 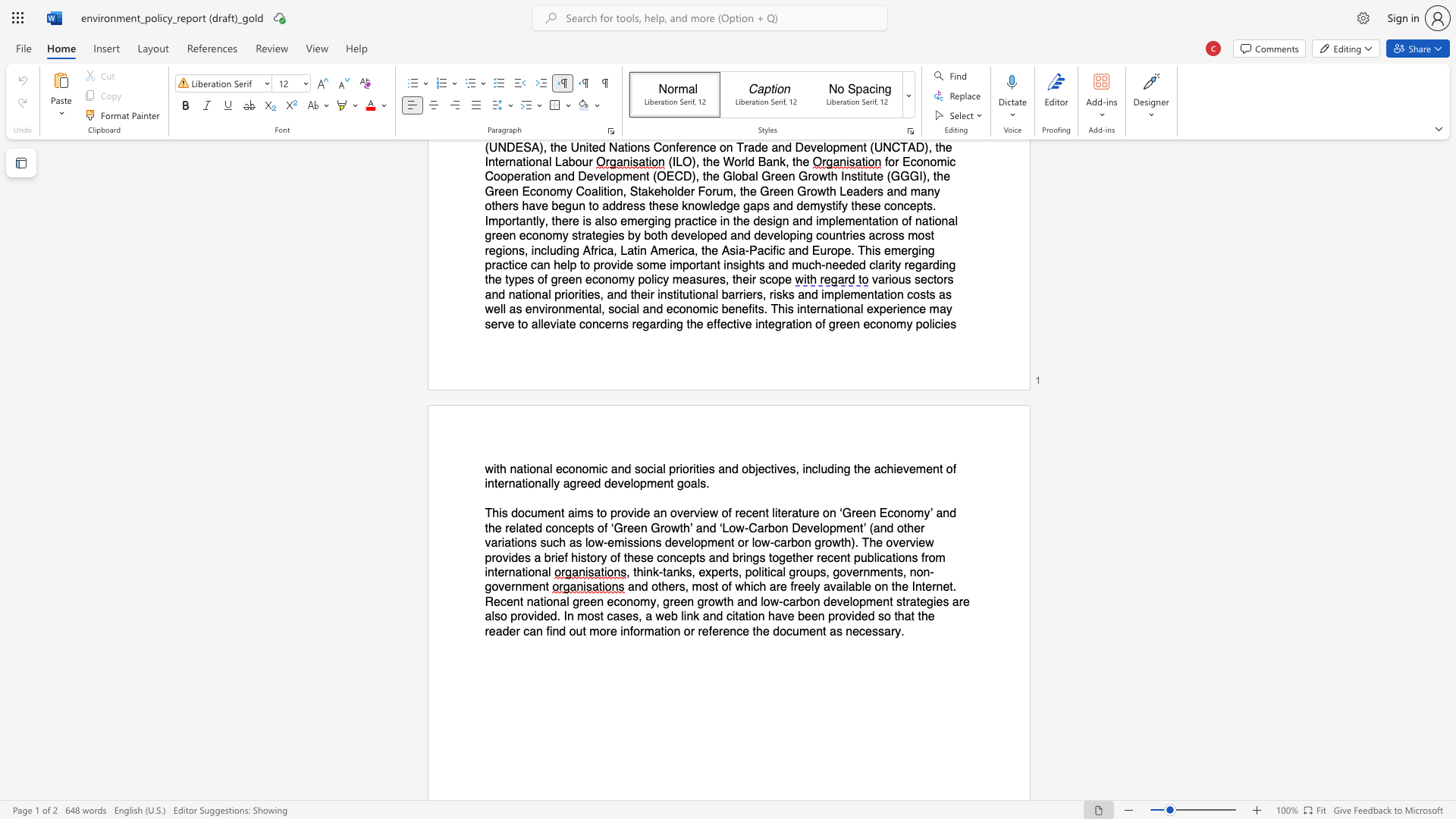 What do you see at coordinates (686, 617) in the screenshot?
I see `the subset text "nk and citation" within the text "and others, most of which are freely available on the Internet. Recent national green economy, green growth and low‐carbon development strategies are also provided. In most cases, a web link and citation have been provided so that the reader can find out more information or reference the"` at bounding box center [686, 617].